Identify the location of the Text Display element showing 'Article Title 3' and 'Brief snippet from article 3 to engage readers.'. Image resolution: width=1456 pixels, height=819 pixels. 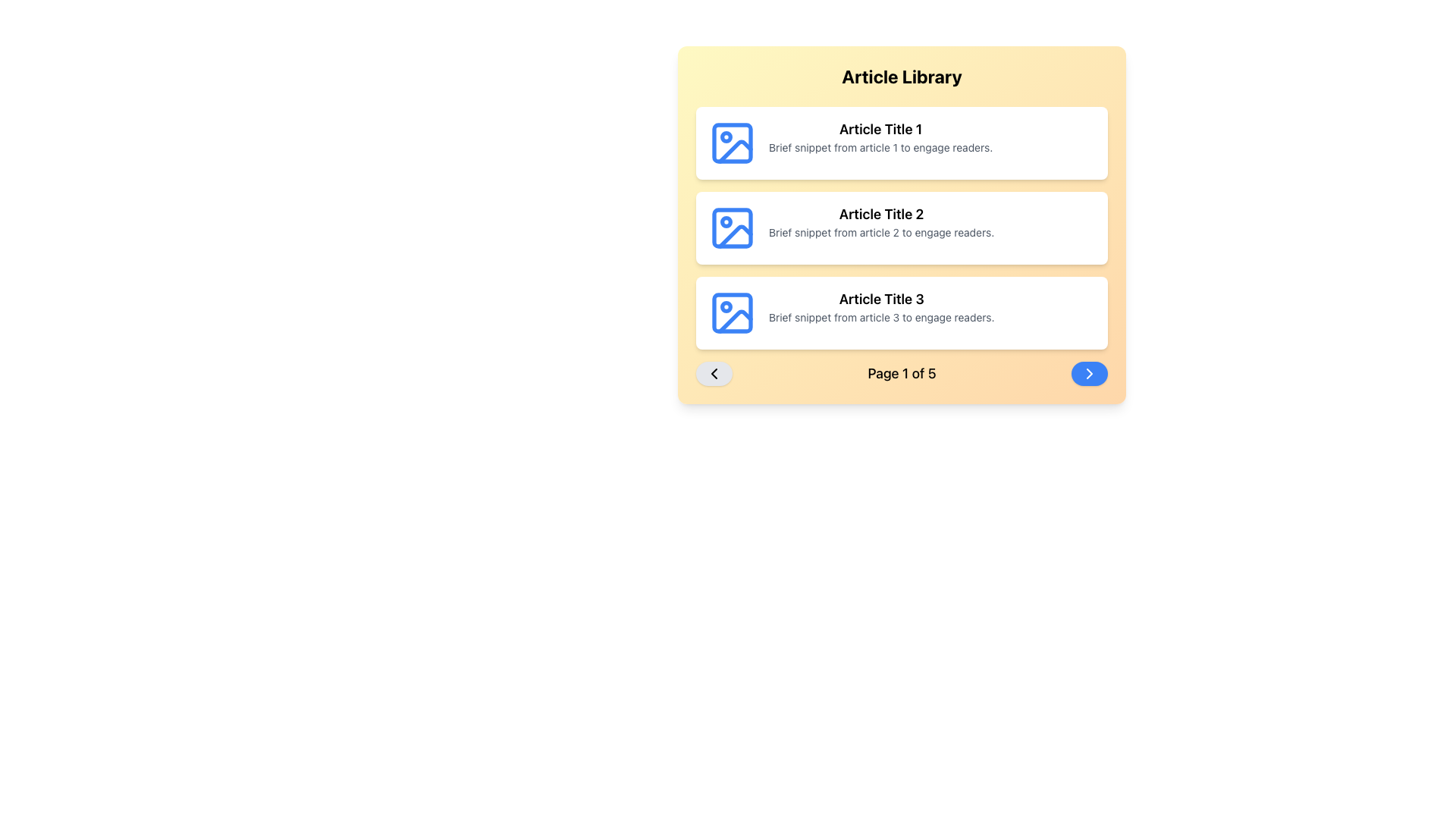
(881, 307).